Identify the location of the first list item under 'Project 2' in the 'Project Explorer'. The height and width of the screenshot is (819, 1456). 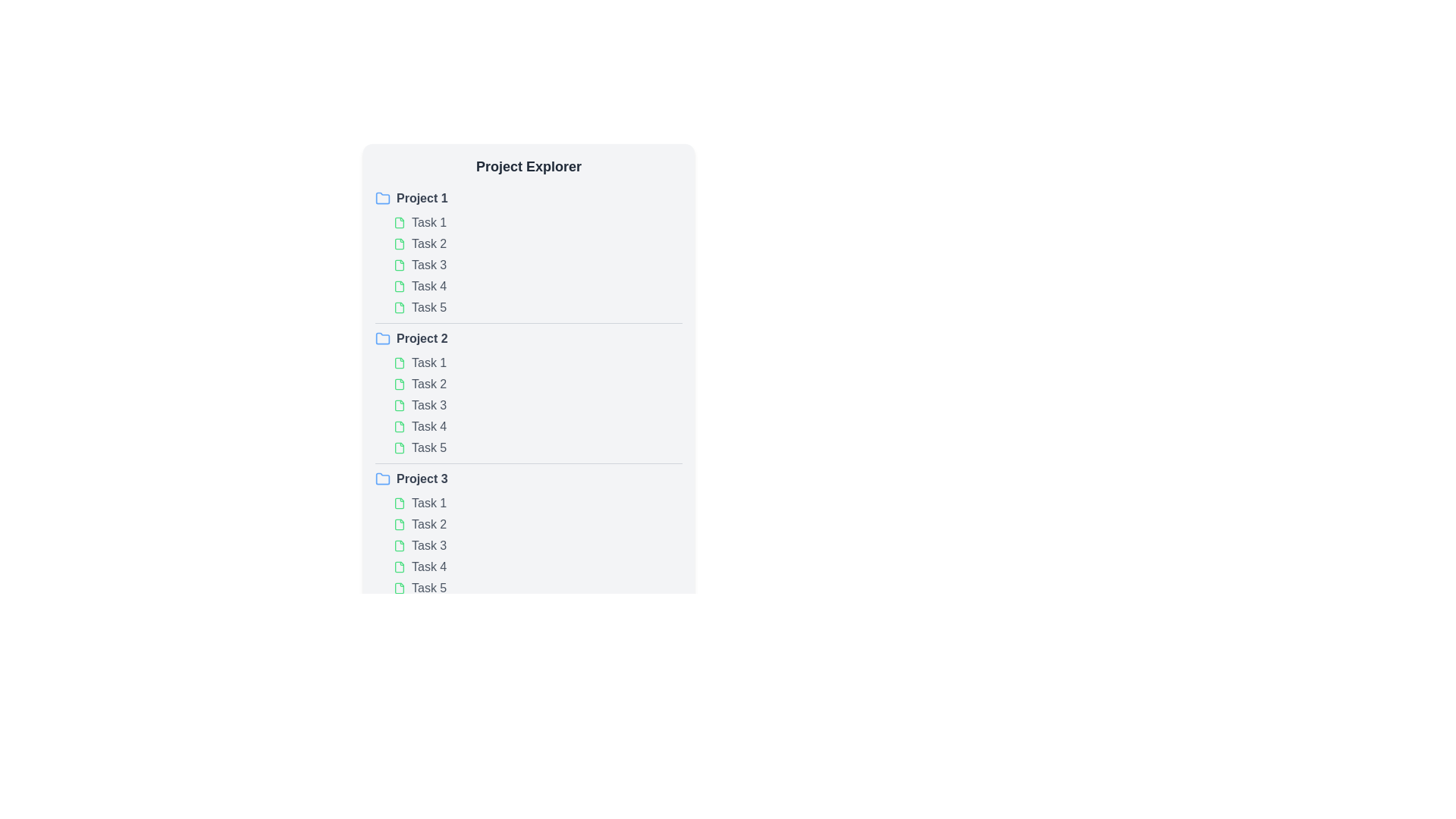
(538, 362).